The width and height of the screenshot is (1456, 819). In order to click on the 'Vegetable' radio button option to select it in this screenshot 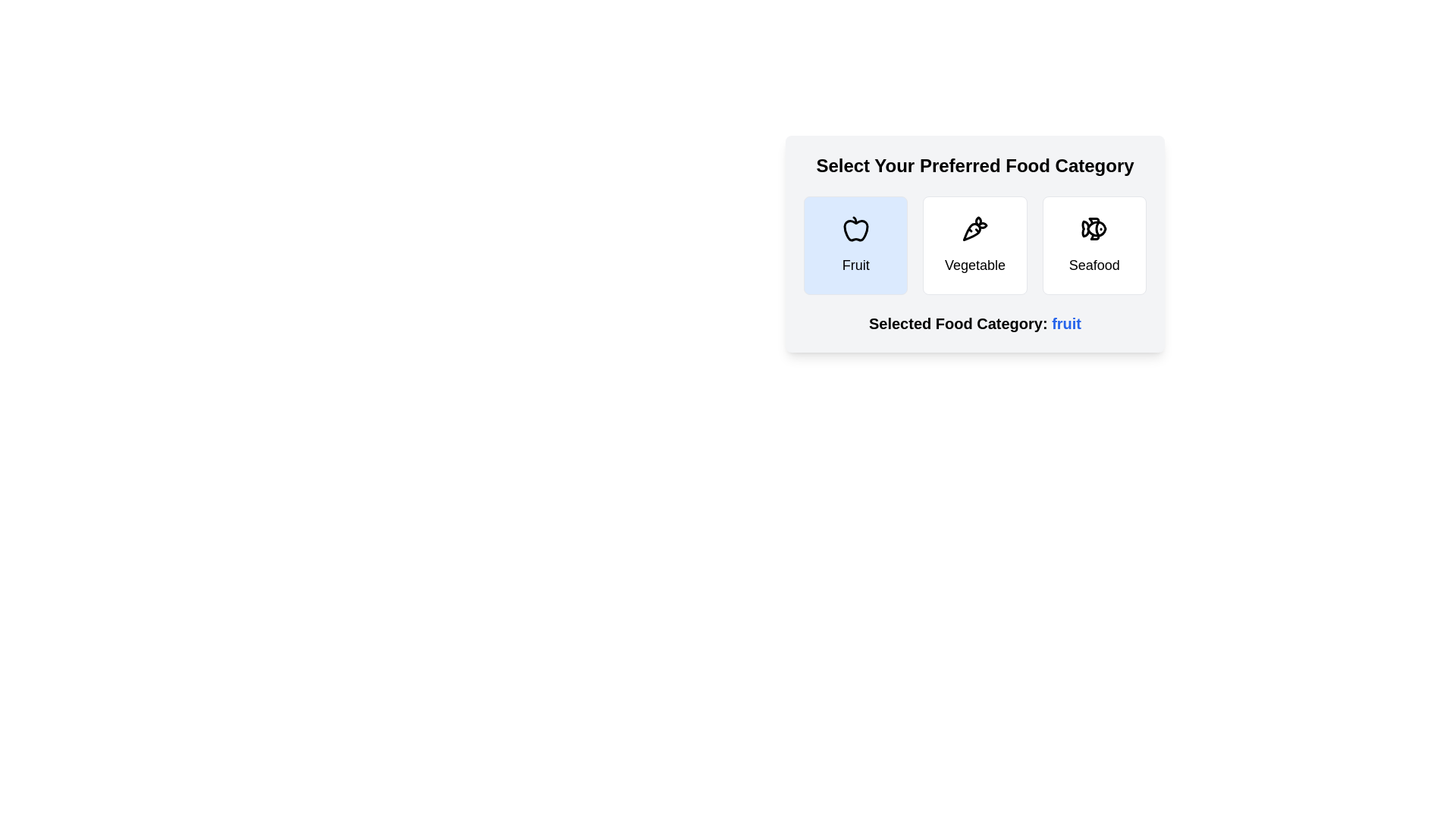, I will do `click(975, 245)`.